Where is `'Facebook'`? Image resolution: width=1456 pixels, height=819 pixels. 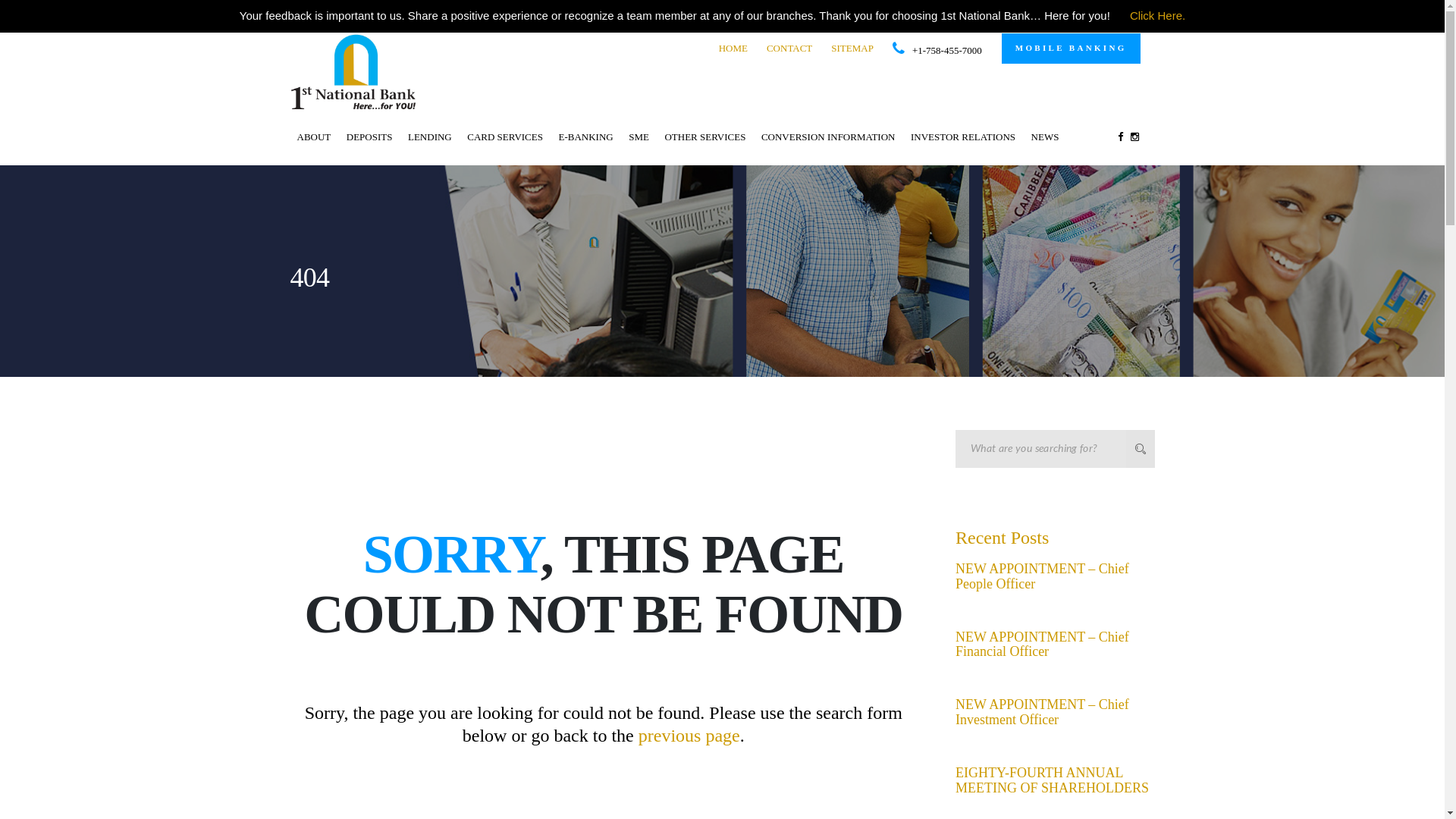 'Facebook' is located at coordinates (1113, 136).